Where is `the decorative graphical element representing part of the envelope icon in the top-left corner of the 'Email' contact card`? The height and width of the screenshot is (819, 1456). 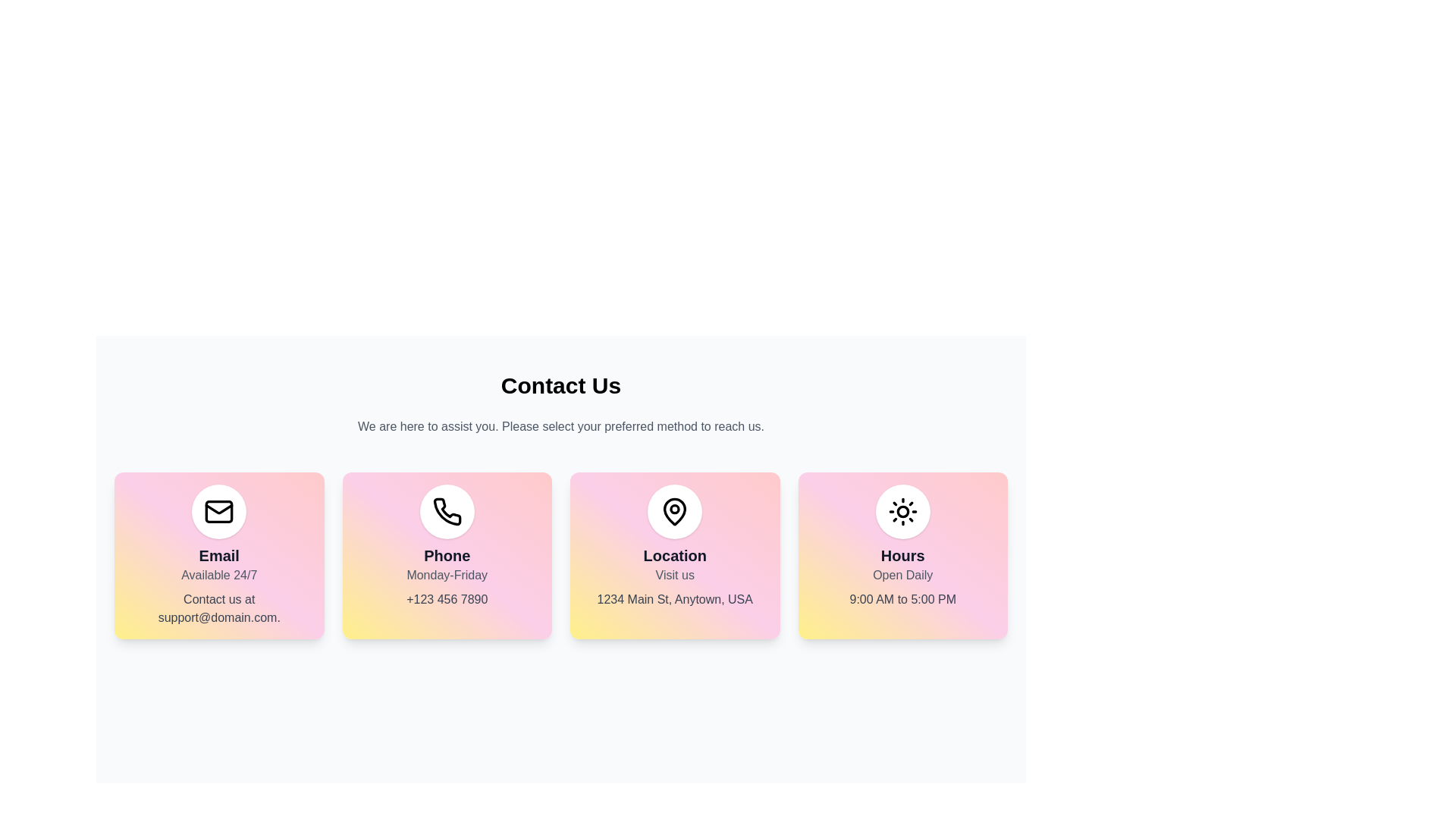
the decorative graphical element representing part of the envelope icon in the top-left corner of the 'Email' contact card is located at coordinates (218, 512).